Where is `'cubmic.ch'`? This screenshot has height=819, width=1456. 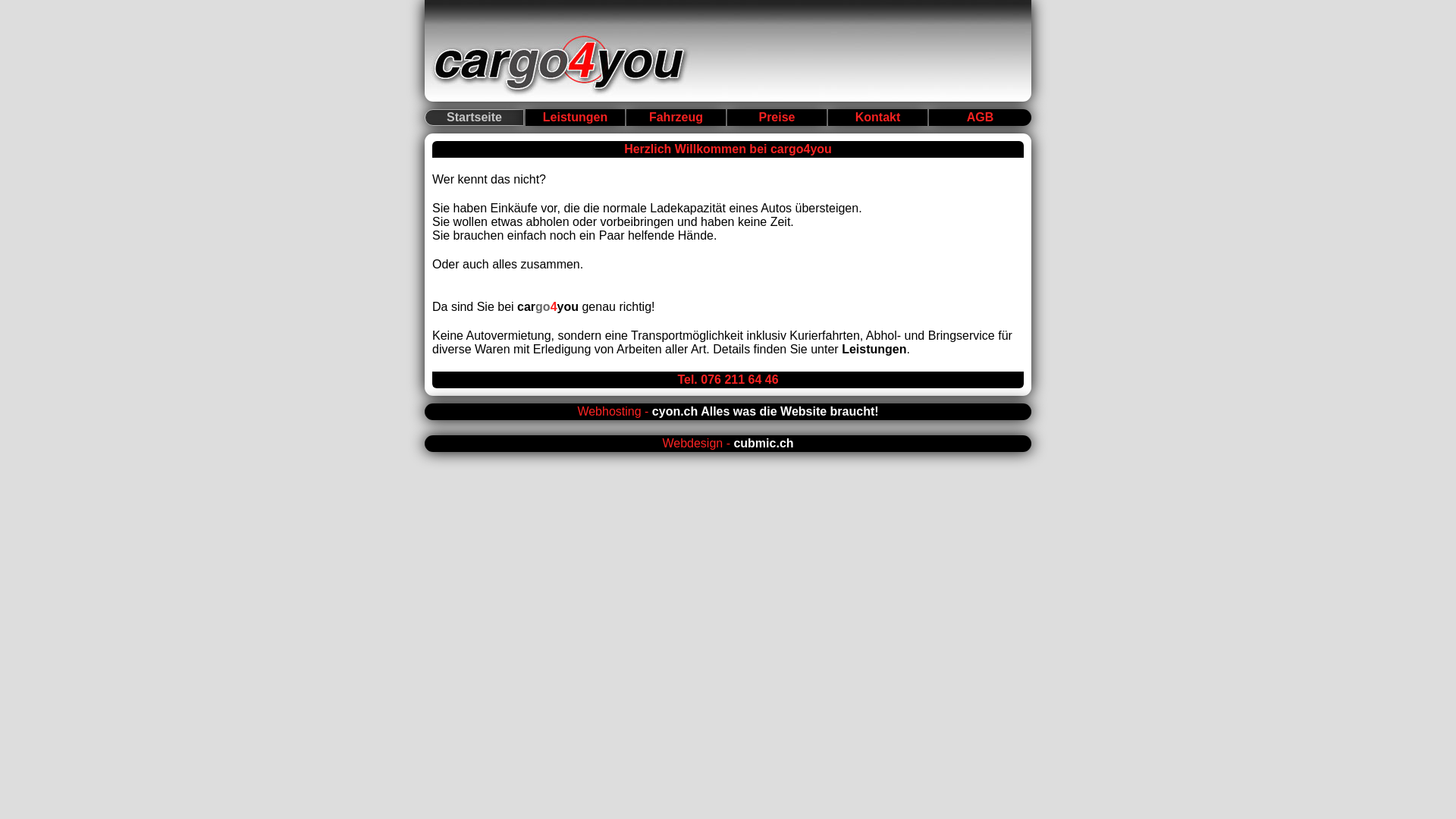
'cubmic.ch' is located at coordinates (733, 443).